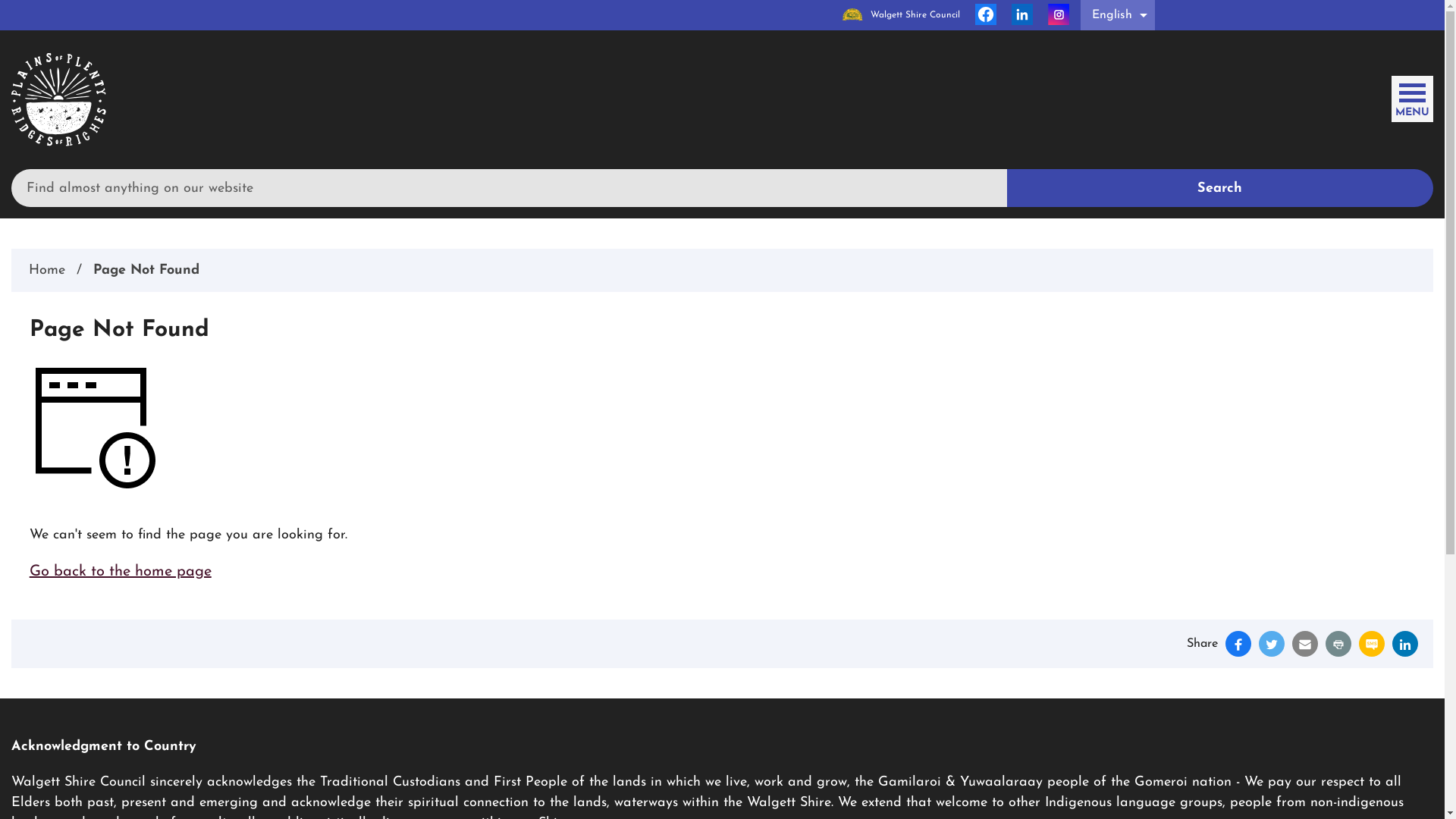 This screenshot has width=1456, height=819. Describe the element at coordinates (58, 99) in the screenshot. I see `'Home - Walgett Shire Council - Logo'` at that location.